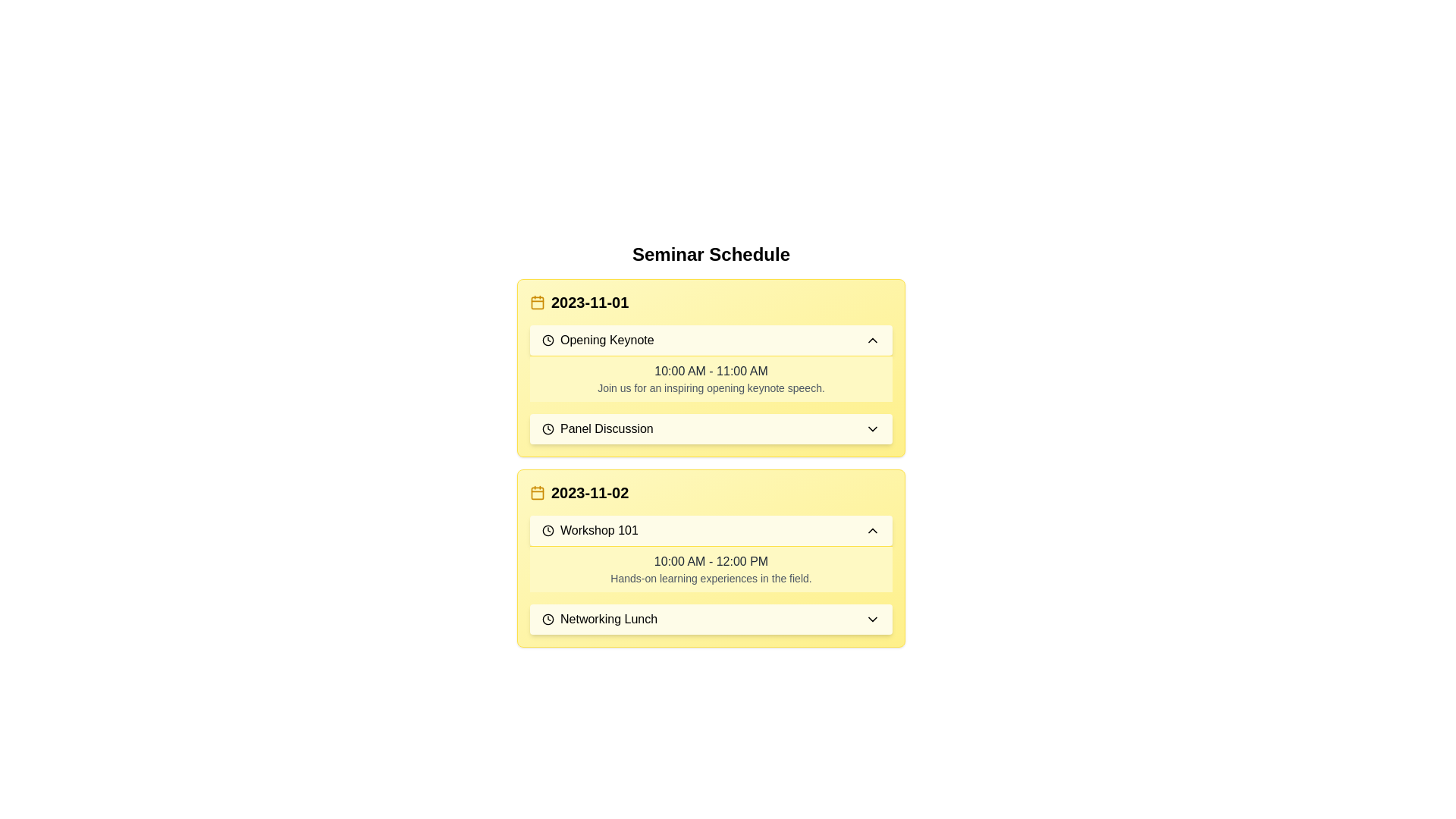 The height and width of the screenshot is (819, 1456). I want to click on the upward-pointing chevron icon on the right end of the 'Opening Keynote' bar, so click(873, 339).